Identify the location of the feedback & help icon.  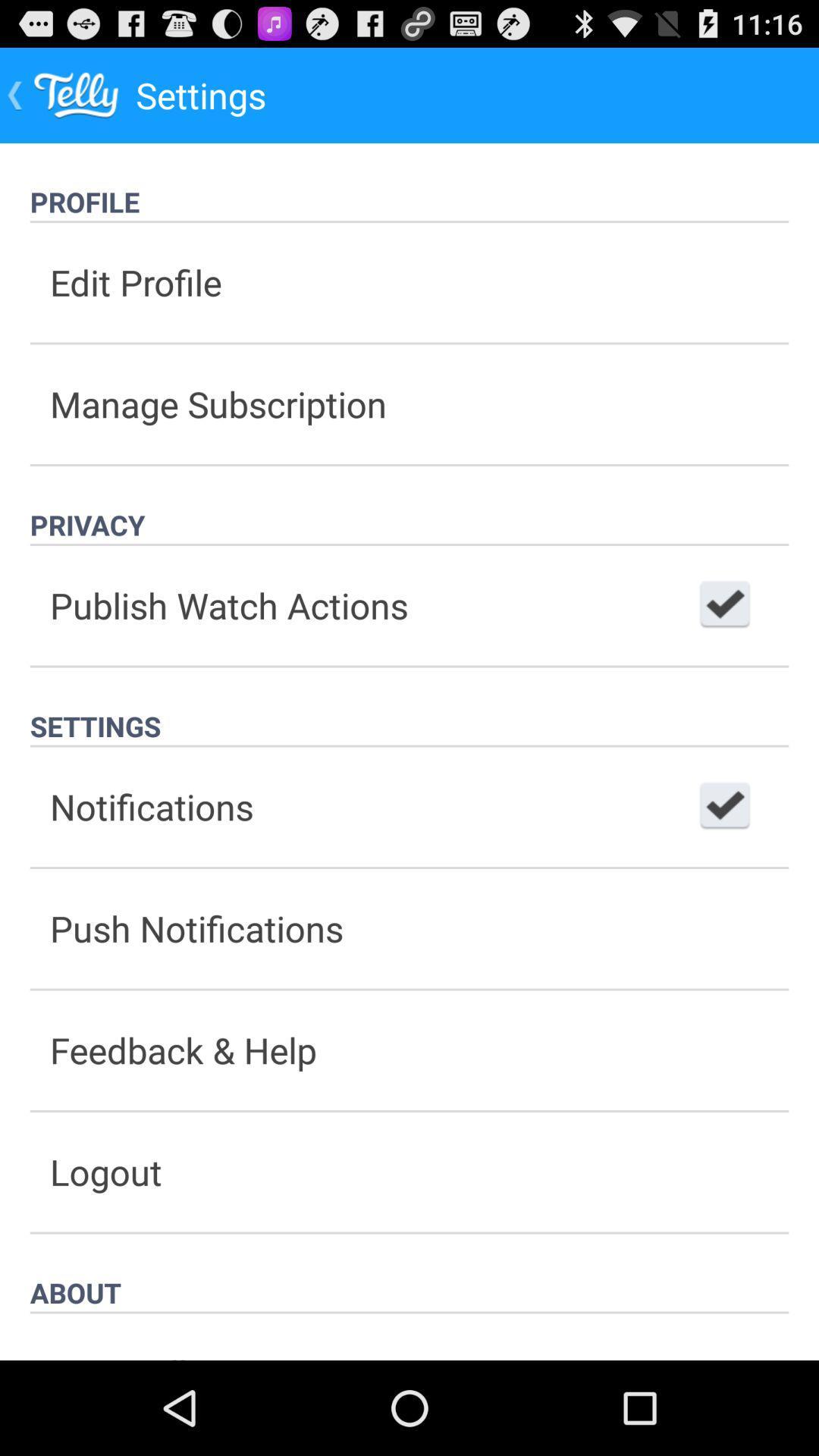
(409, 1050).